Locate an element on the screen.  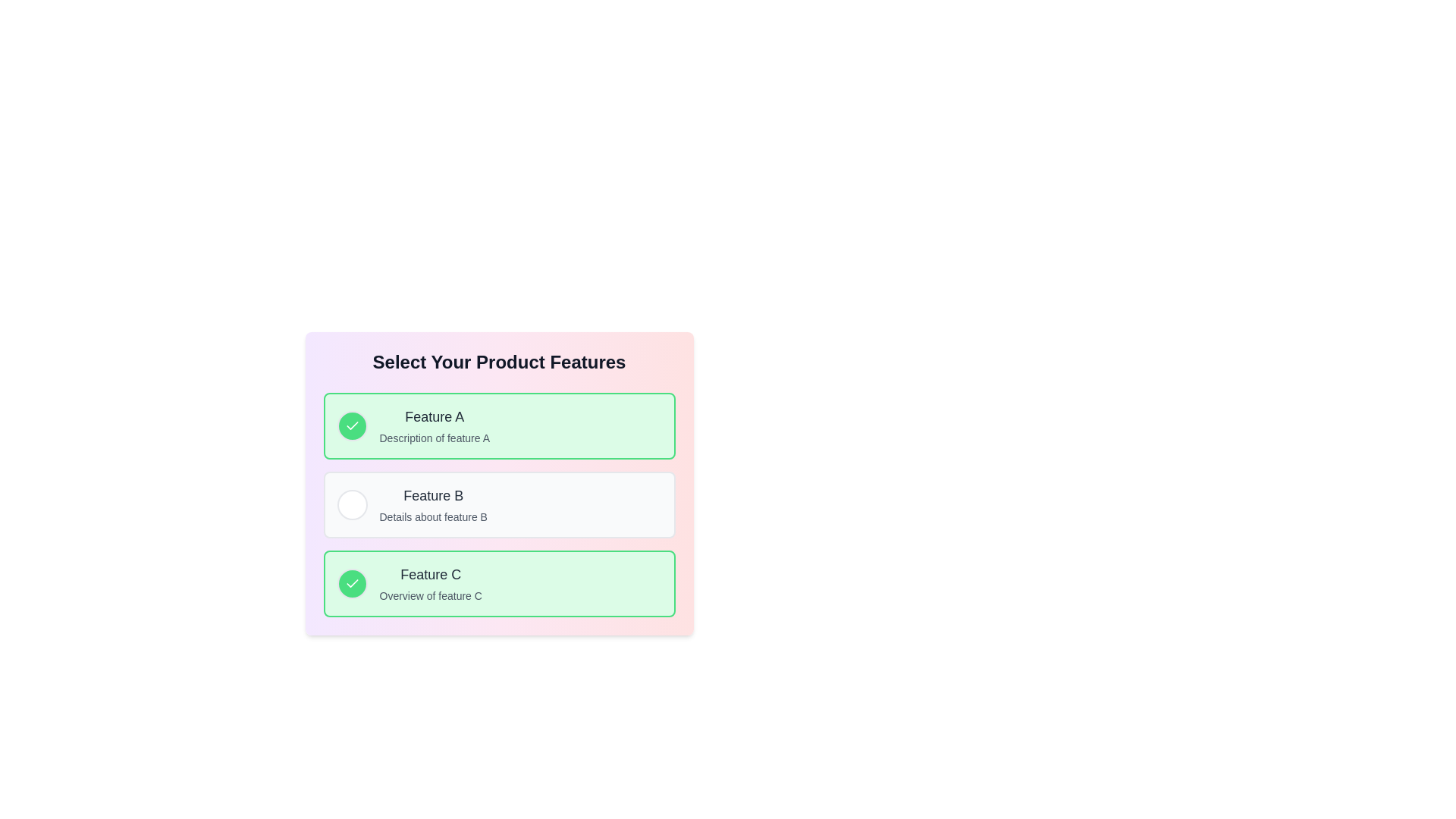
text block titled 'Feature A' with a description on a light green background, positioned in the first card of the feature options is located at coordinates (434, 426).